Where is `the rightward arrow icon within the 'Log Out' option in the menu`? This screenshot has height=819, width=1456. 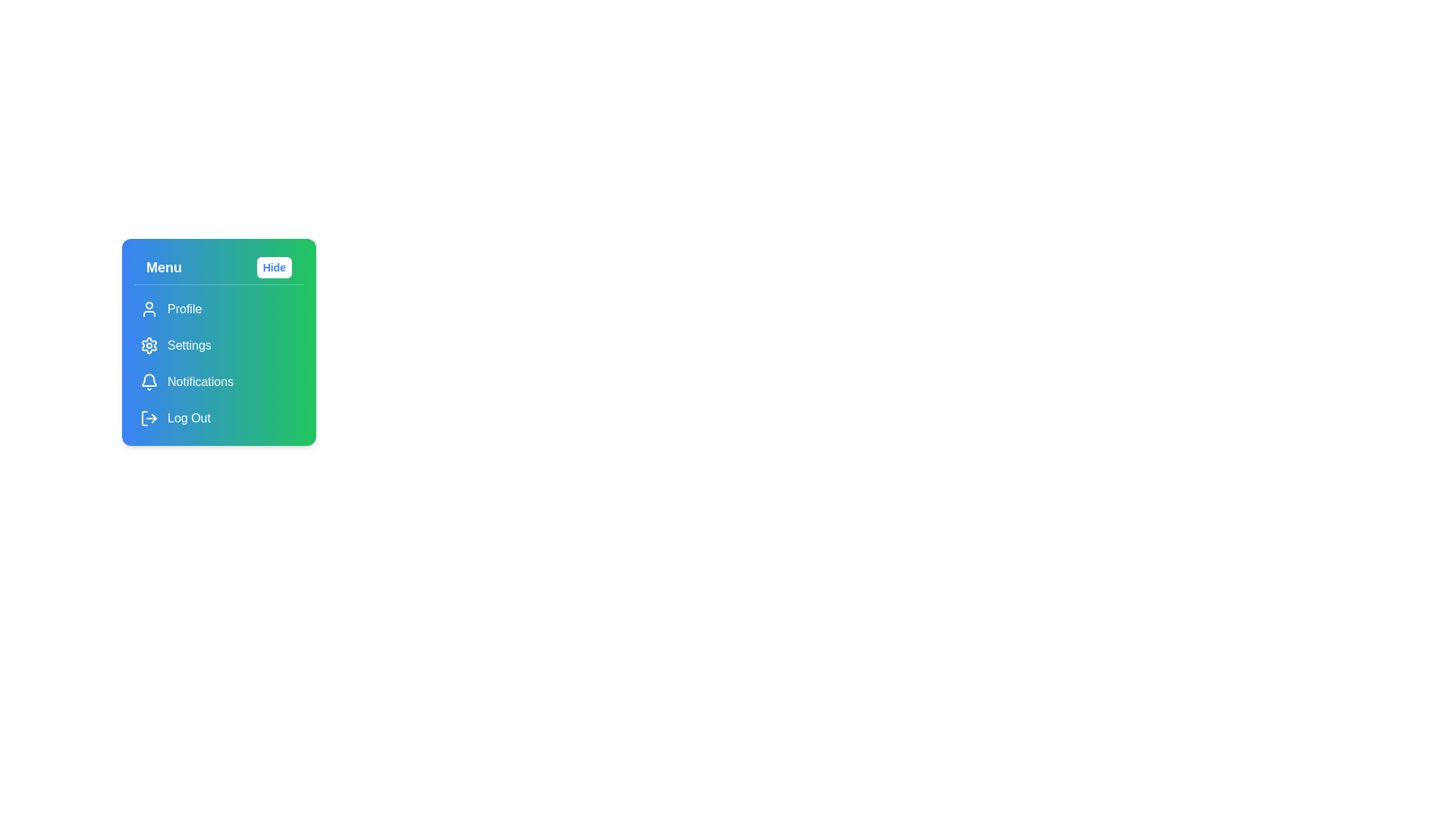 the rightward arrow icon within the 'Log Out' option in the menu is located at coordinates (149, 418).